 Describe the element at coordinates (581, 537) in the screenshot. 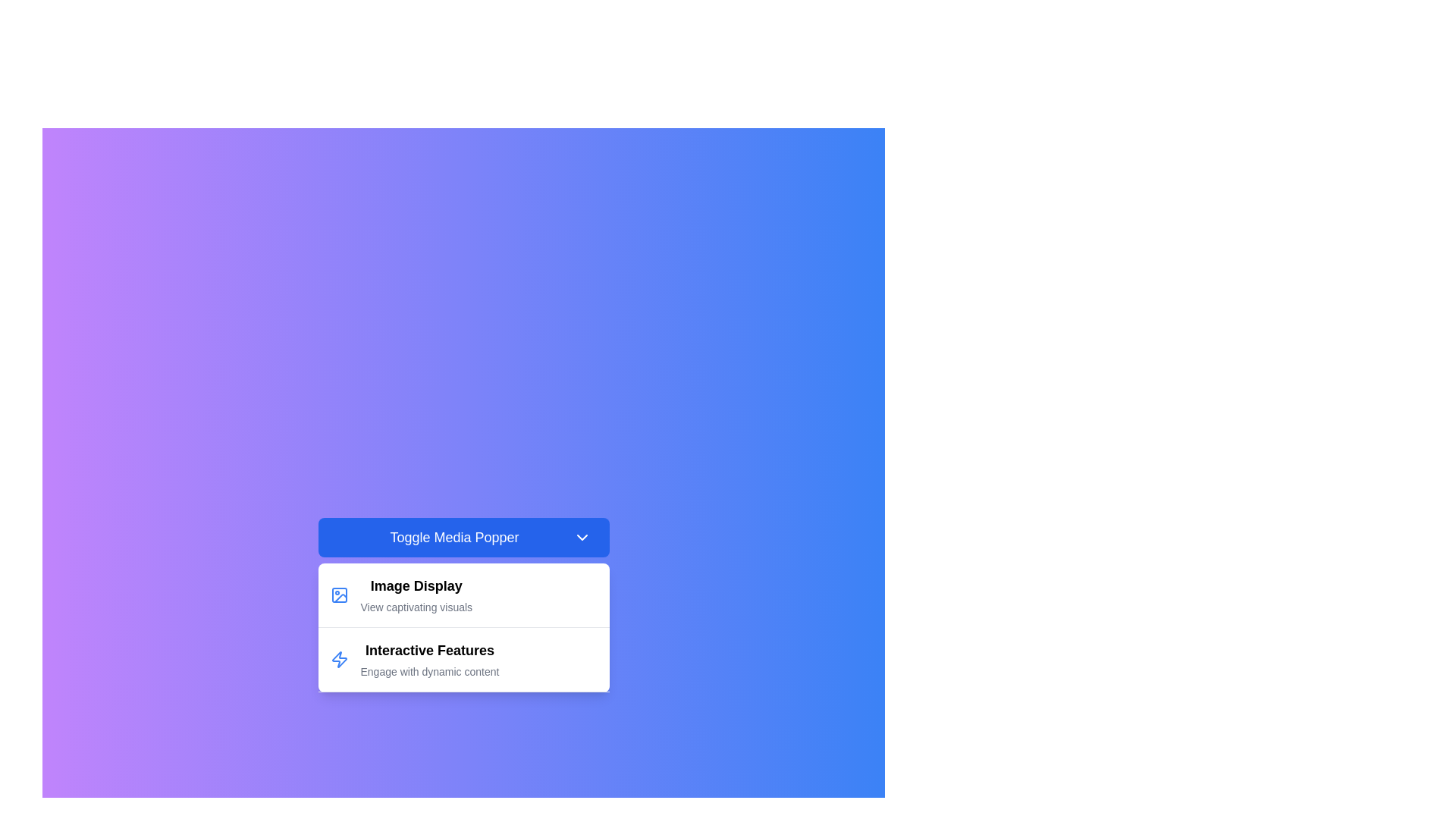

I see `the downward-pointing chevron icon on the blue button labeled 'Toggle Media Popper'` at that location.